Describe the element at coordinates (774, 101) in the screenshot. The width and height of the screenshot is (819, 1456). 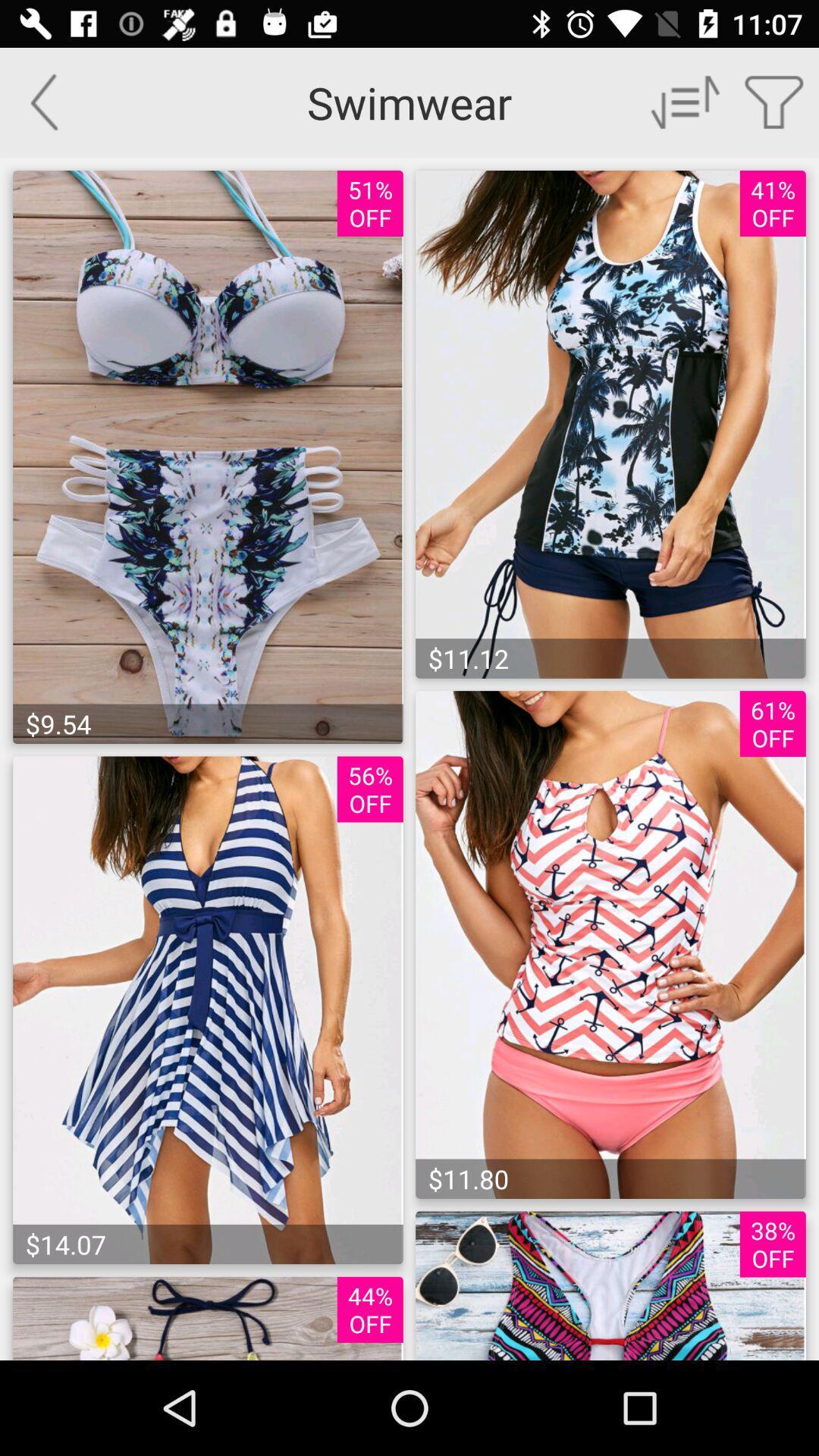
I see `the filter icon` at that location.